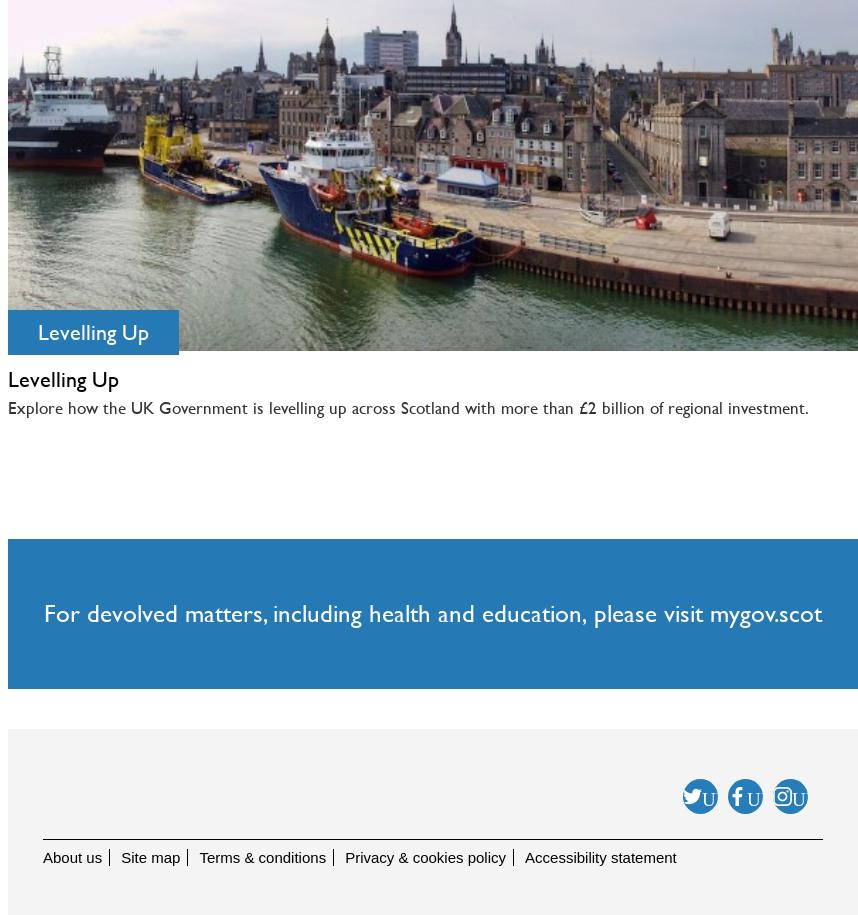 This screenshot has width=858, height=915. I want to click on 'Explore how the UK Government is levelling up across Scotland with more than £2 billion of regional investment.', so click(407, 407).